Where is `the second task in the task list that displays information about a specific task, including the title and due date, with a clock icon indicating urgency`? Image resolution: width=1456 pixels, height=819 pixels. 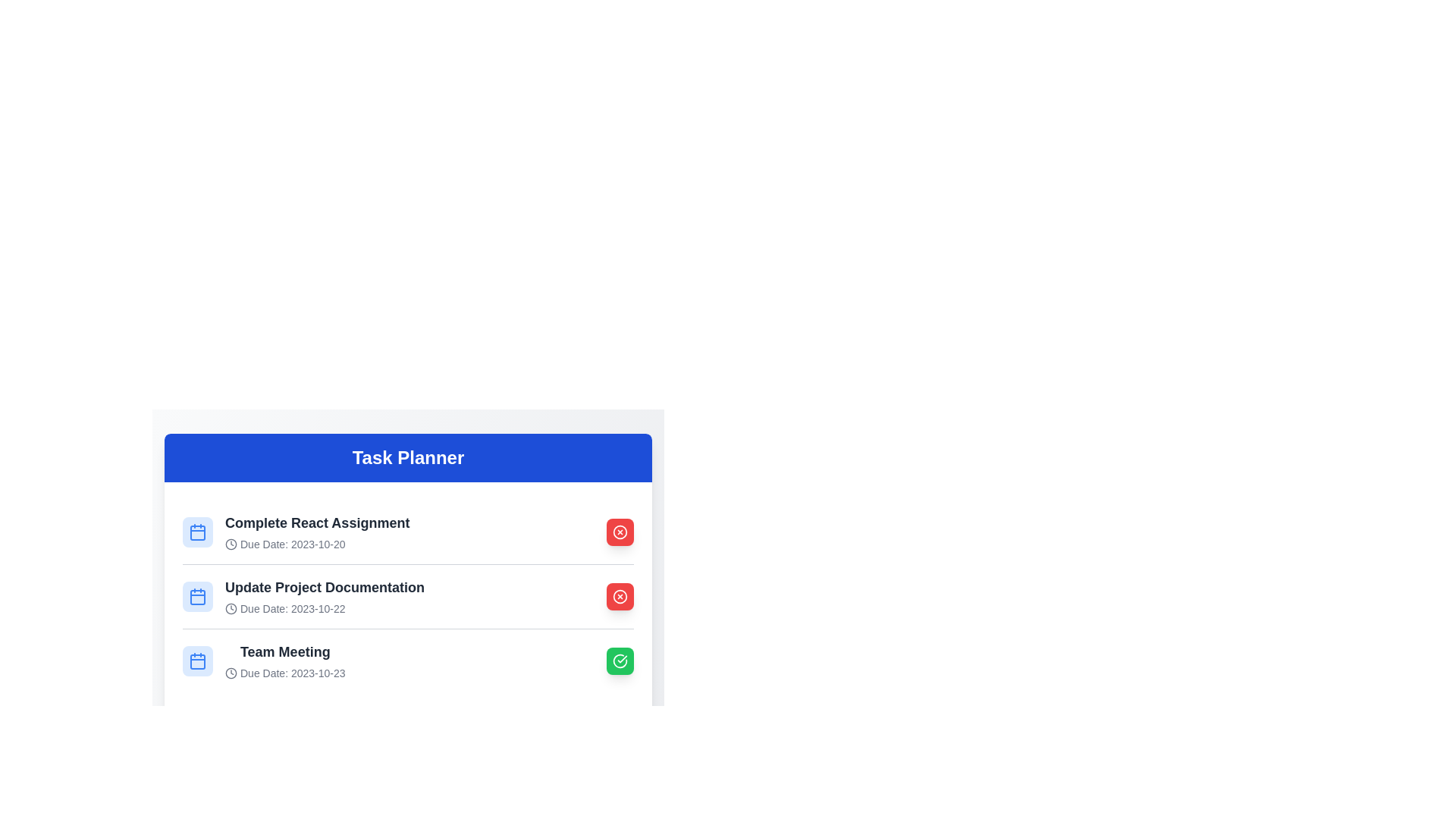 the second task in the task list that displays information about a specific task, including the title and due date, with a clock icon indicating urgency is located at coordinates (324, 595).